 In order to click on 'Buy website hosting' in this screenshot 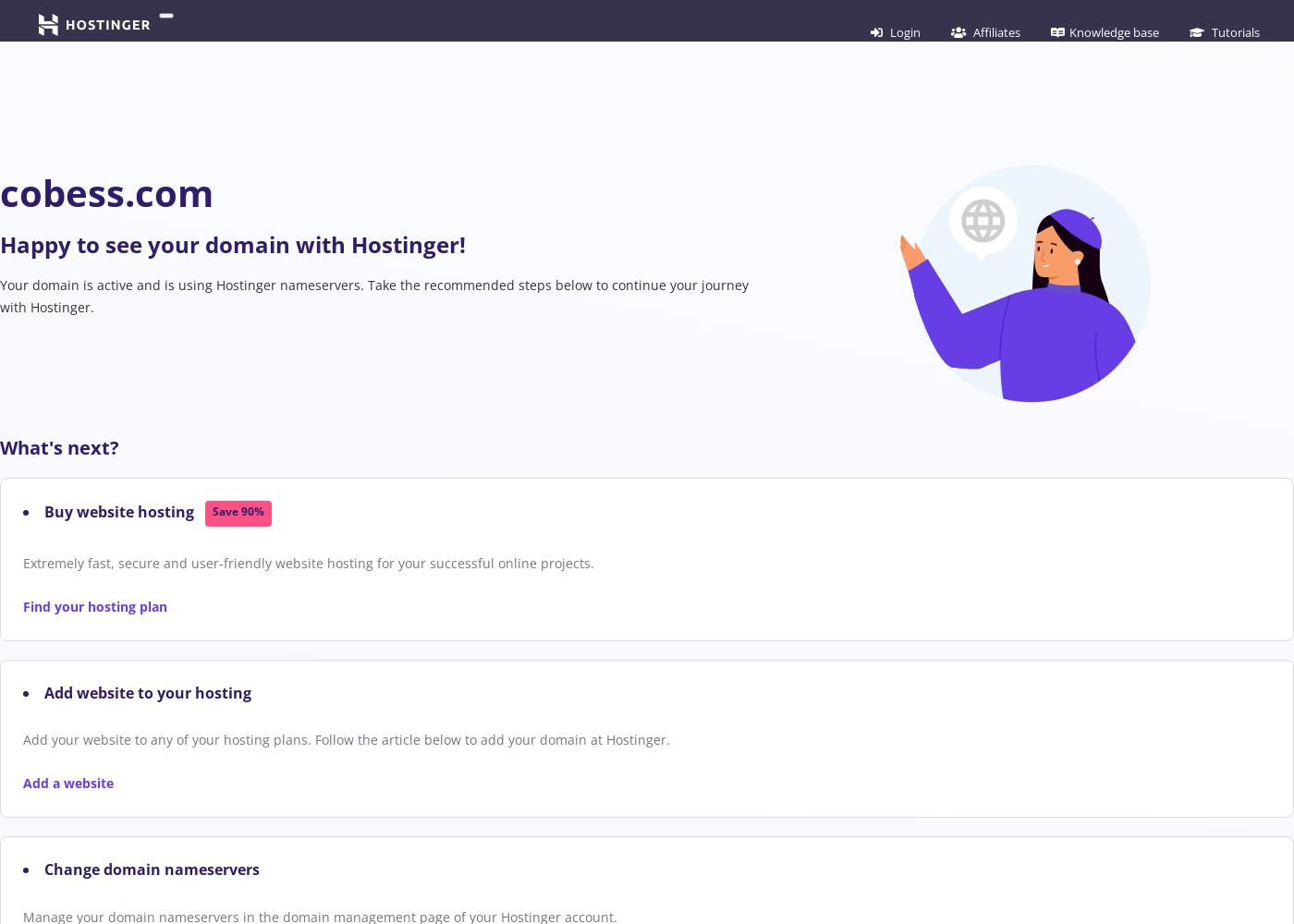, I will do `click(121, 512)`.